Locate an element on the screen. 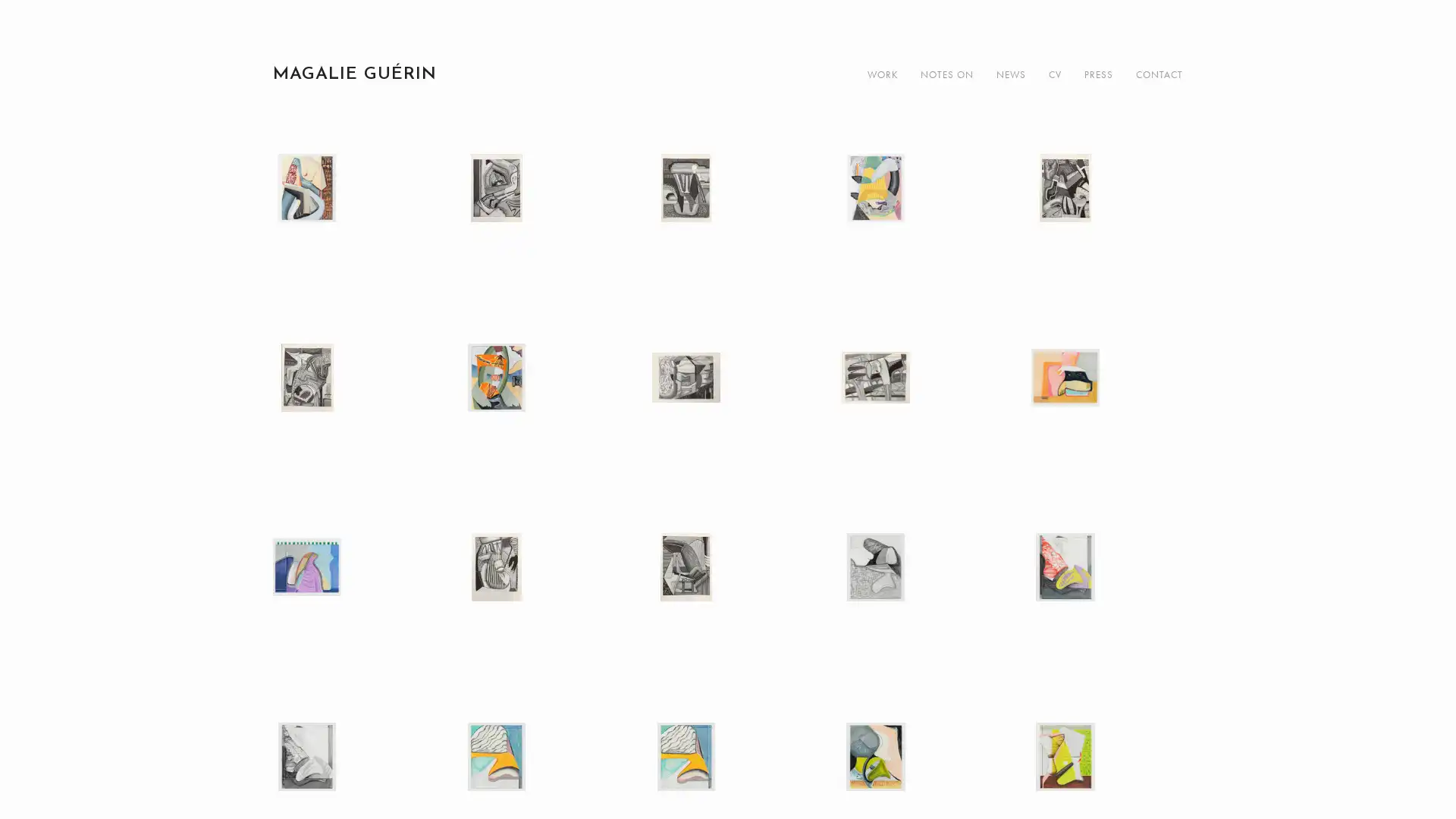  View fullsize Small Copy Drawing 113, 2020 is located at coordinates (348, 419).